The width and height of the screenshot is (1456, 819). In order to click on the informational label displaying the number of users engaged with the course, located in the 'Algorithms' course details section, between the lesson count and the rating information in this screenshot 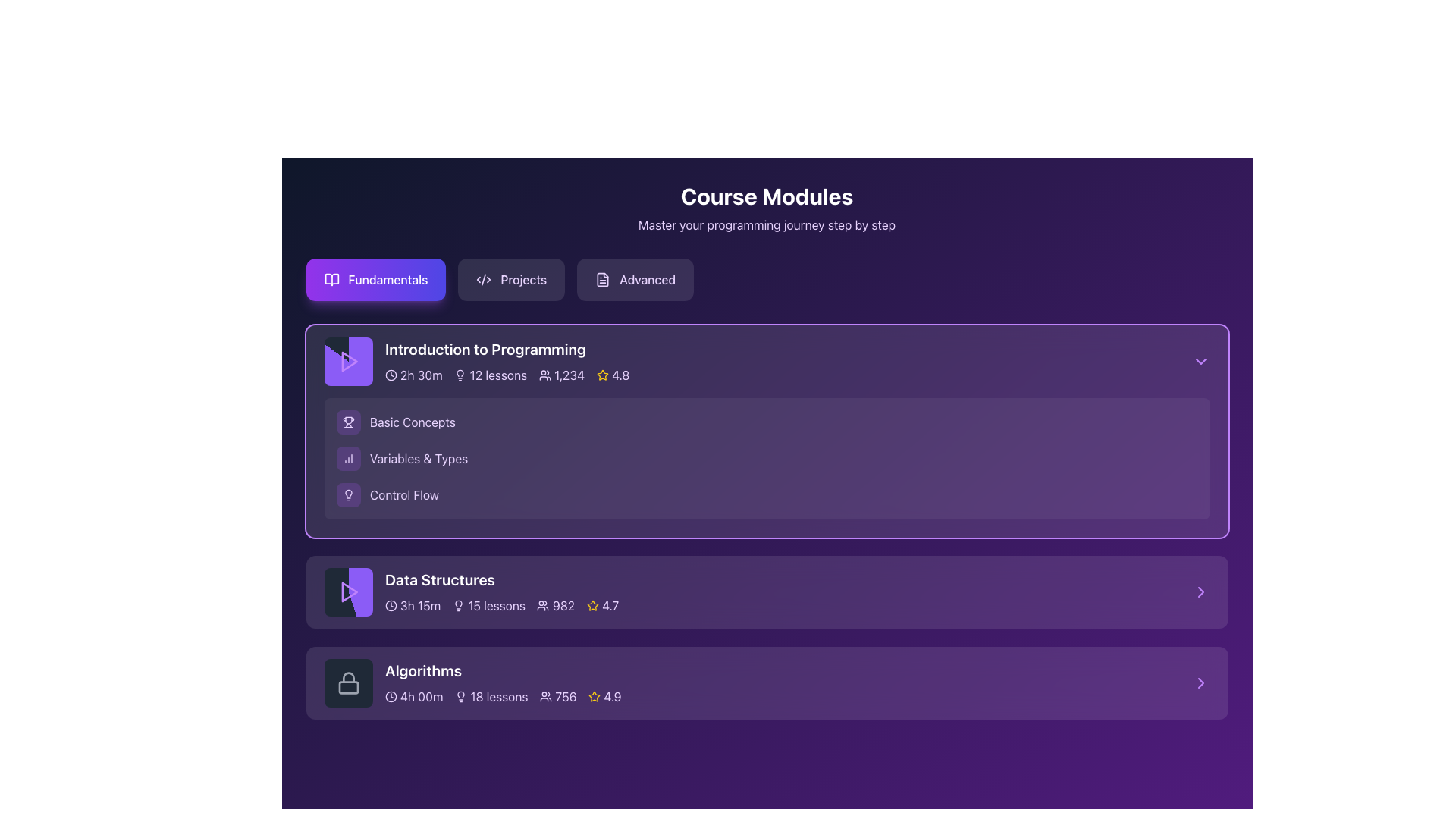, I will do `click(557, 696)`.